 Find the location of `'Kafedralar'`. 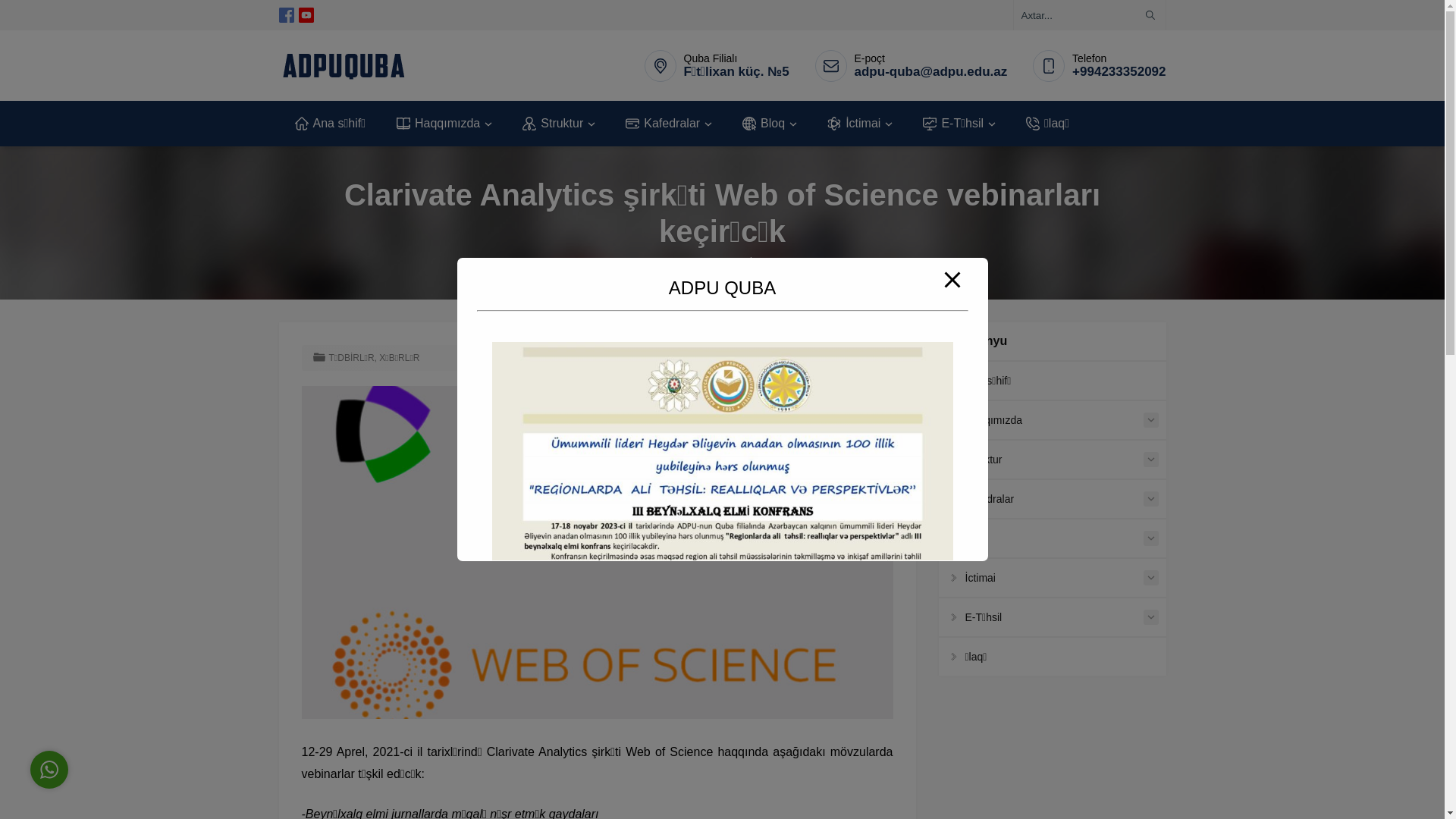

'Kafedralar' is located at coordinates (667, 122).